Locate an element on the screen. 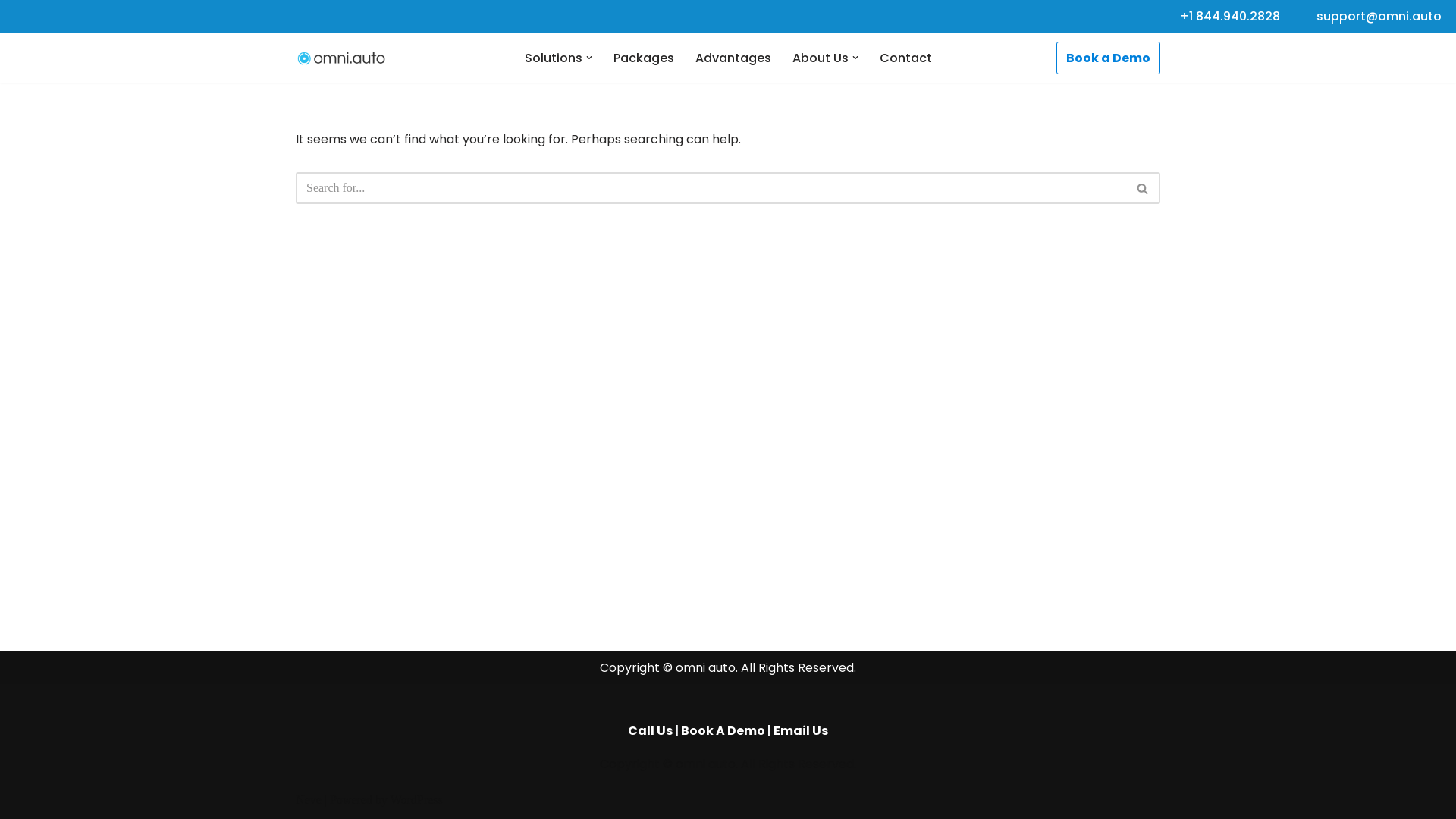  'Solutions' is located at coordinates (524, 57).